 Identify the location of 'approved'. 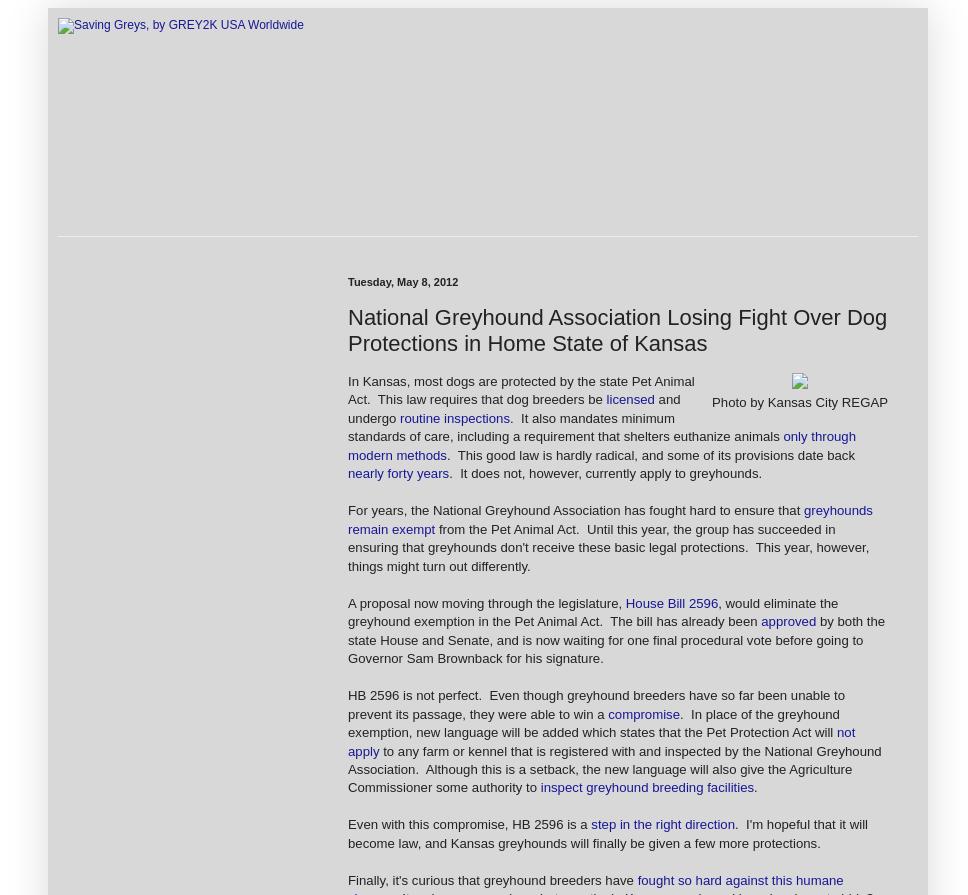
(761, 620).